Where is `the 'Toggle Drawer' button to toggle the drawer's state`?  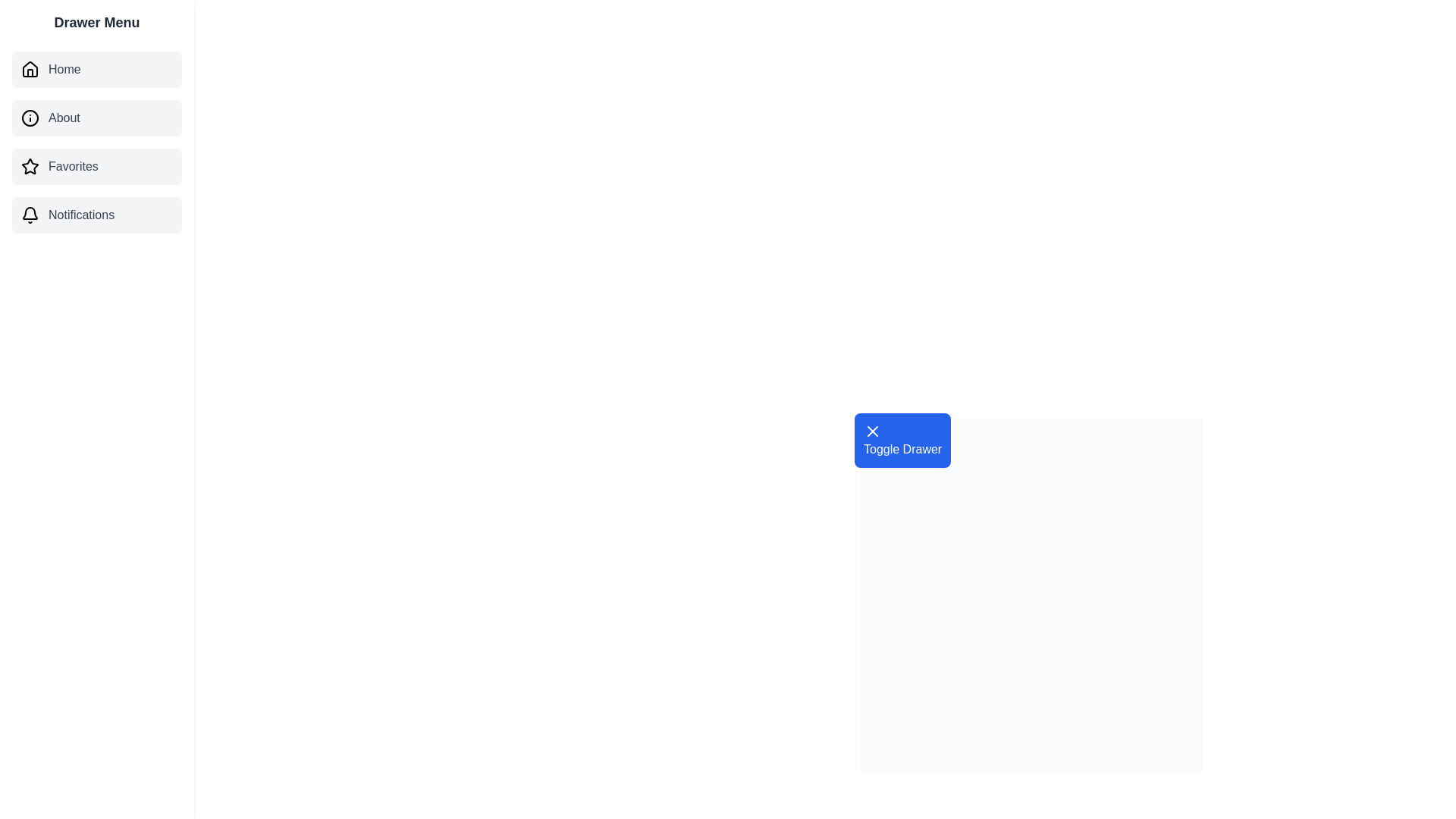 the 'Toggle Drawer' button to toggle the drawer's state is located at coordinates (902, 441).